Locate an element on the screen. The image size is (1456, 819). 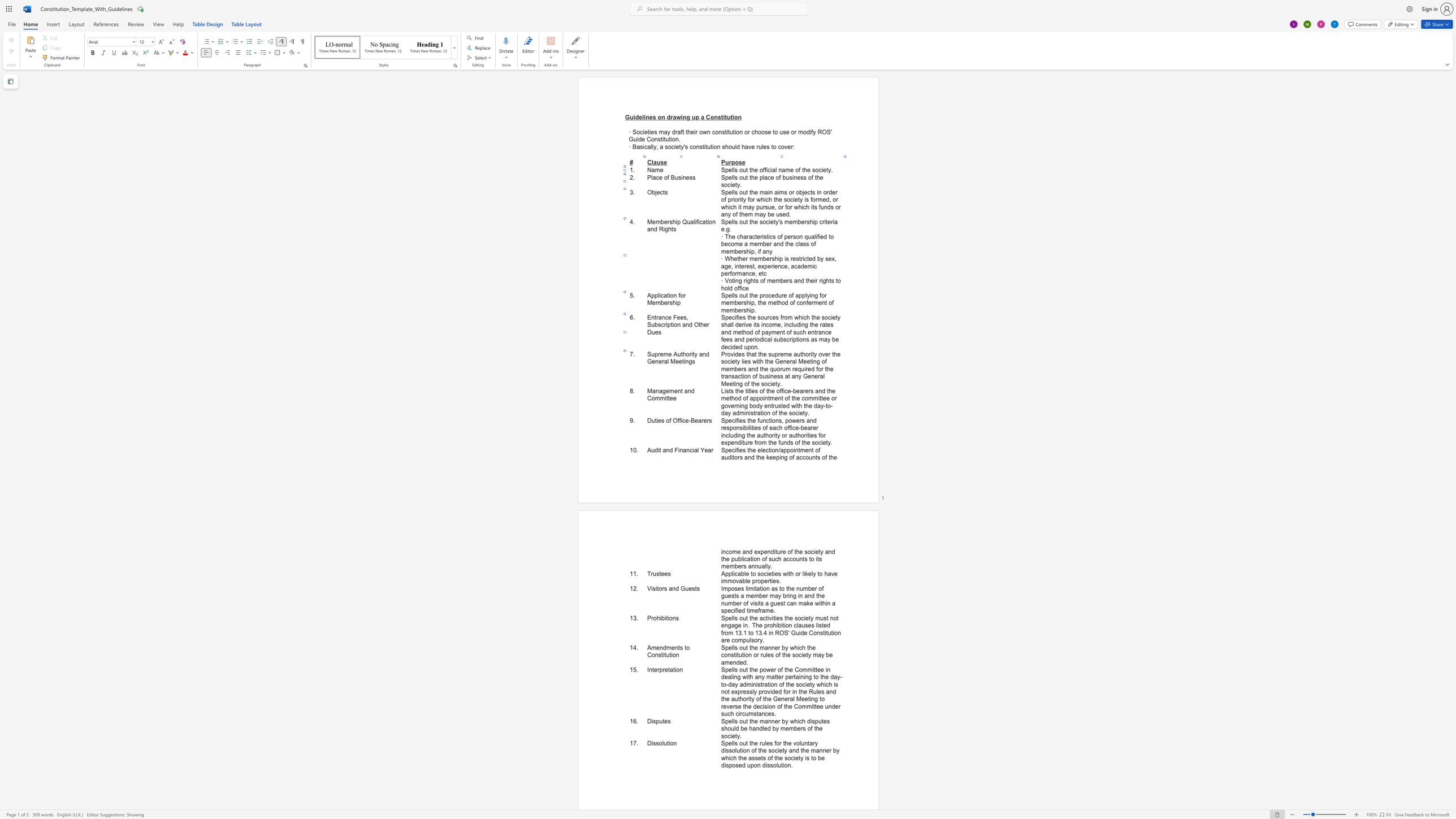
the 2th character "o" in the text is located at coordinates (807, 354).